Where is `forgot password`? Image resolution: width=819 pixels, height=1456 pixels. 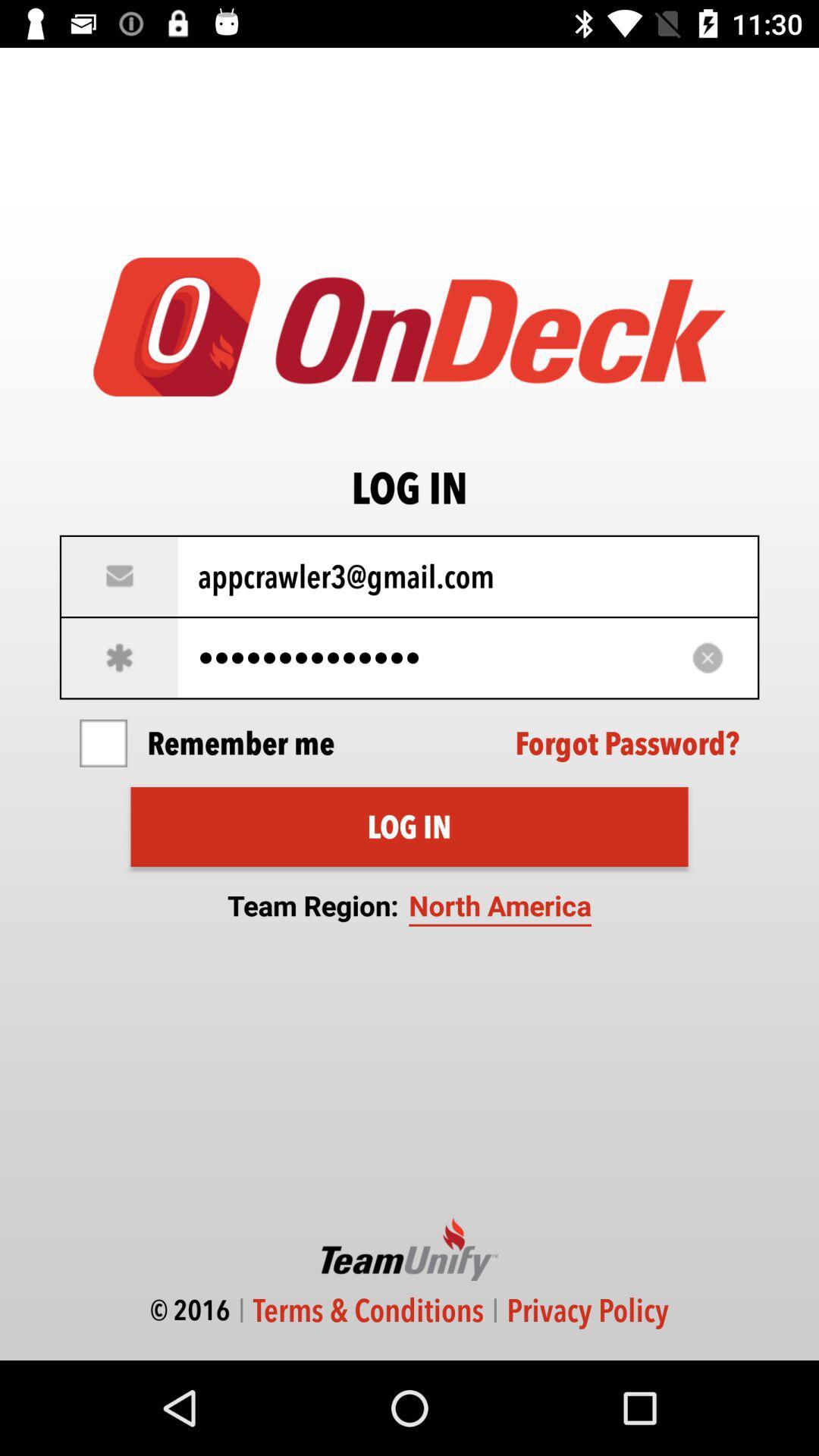
forgot password is located at coordinates (627, 743).